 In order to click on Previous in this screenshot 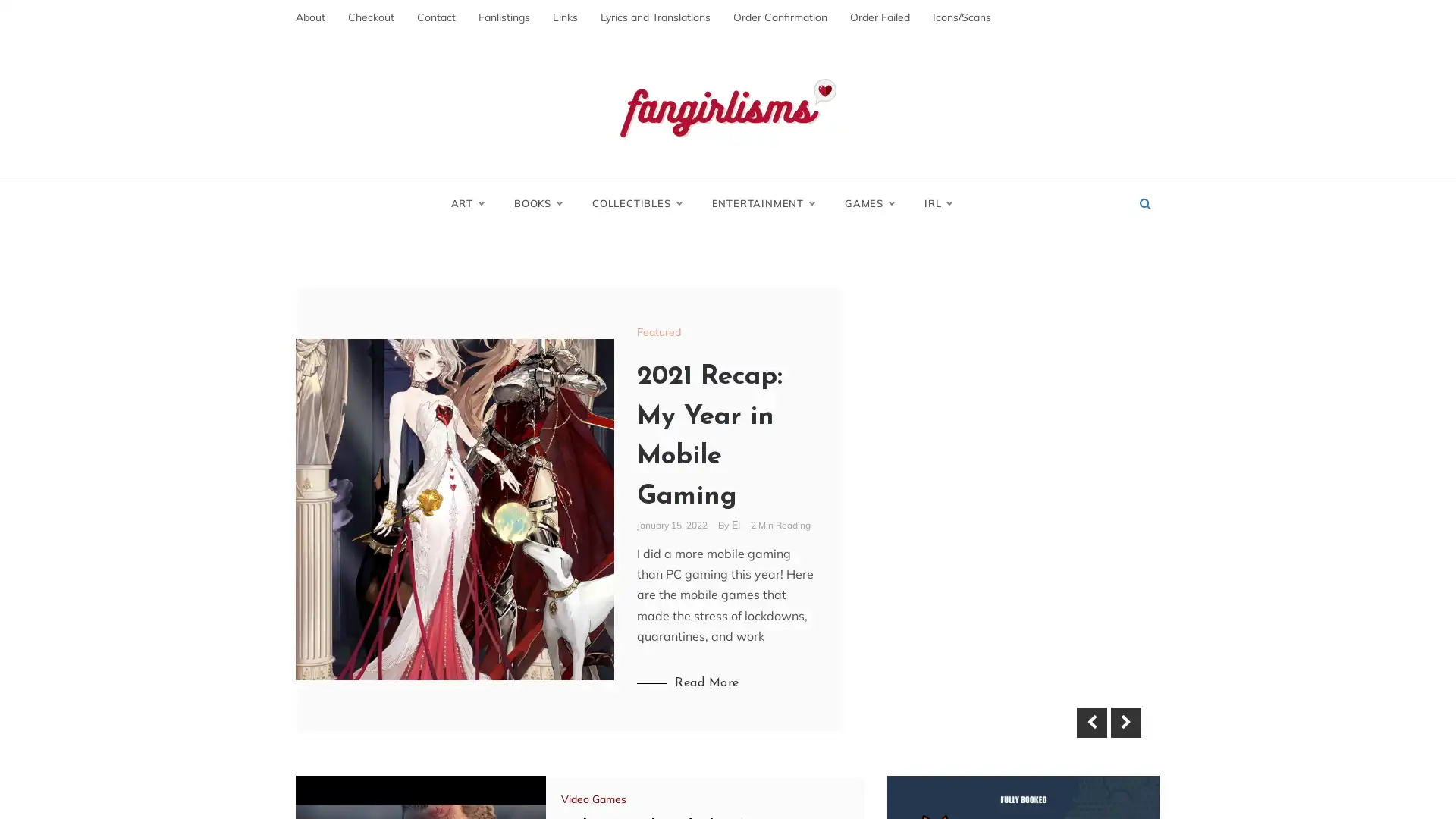, I will do `click(1092, 601)`.